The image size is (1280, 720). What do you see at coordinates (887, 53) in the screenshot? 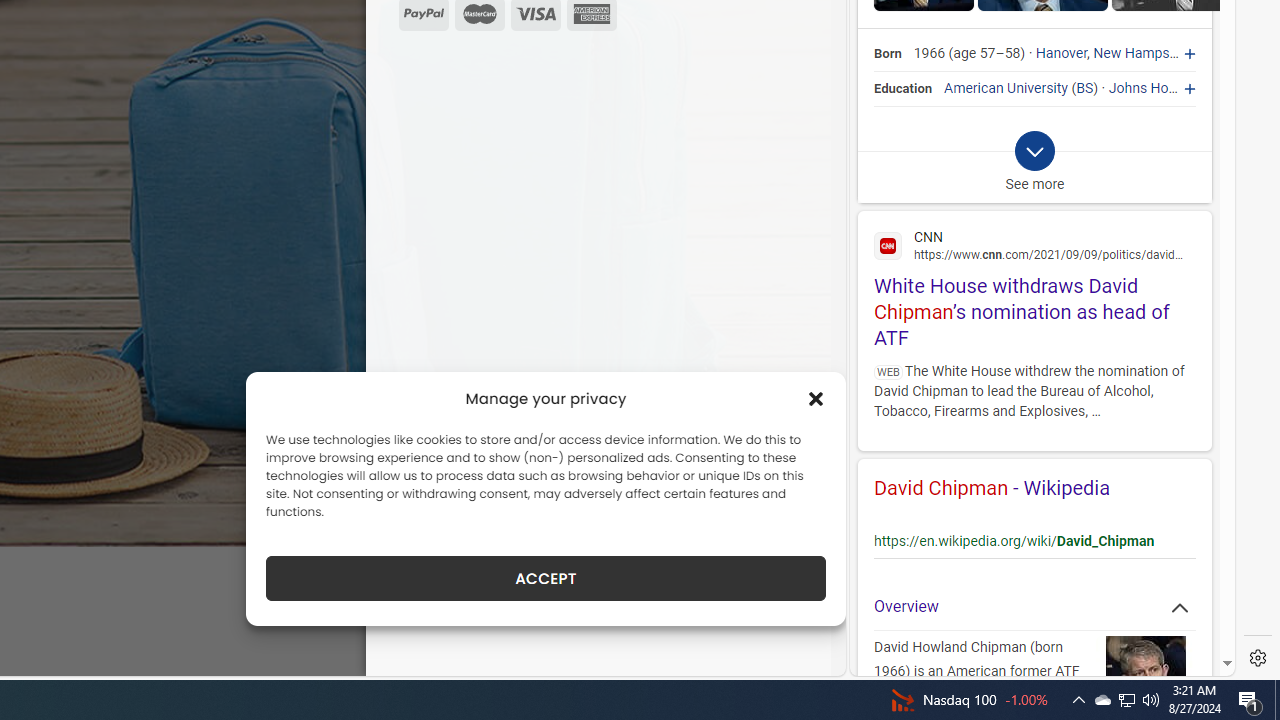
I see `'Born'` at bounding box center [887, 53].